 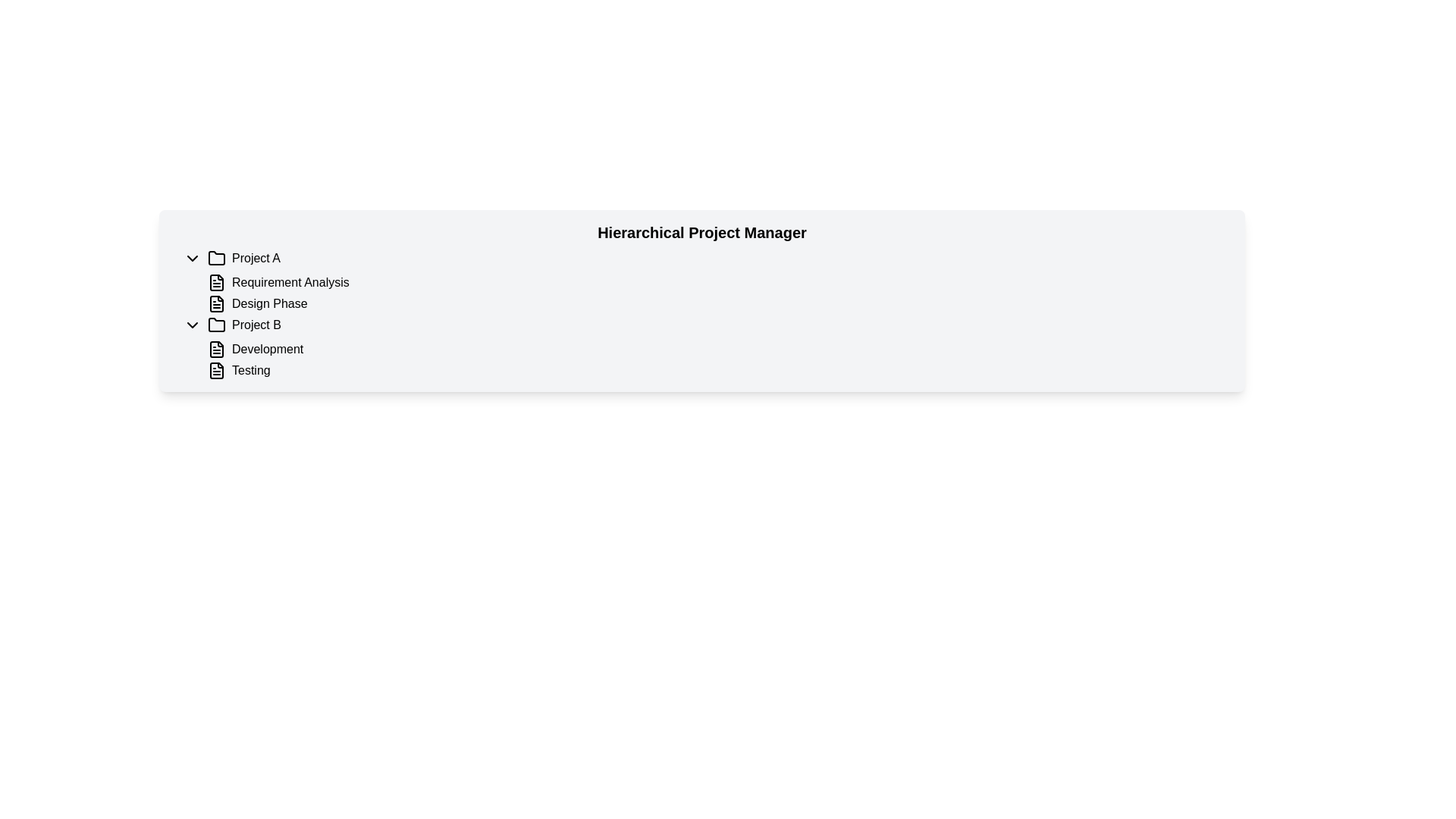 What do you see at coordinates (216, 304) in the screenshot?
I see `the document icon with a minimalist black outline located to the left of the text 'Design Phase'` at bounding box center [216, 304].